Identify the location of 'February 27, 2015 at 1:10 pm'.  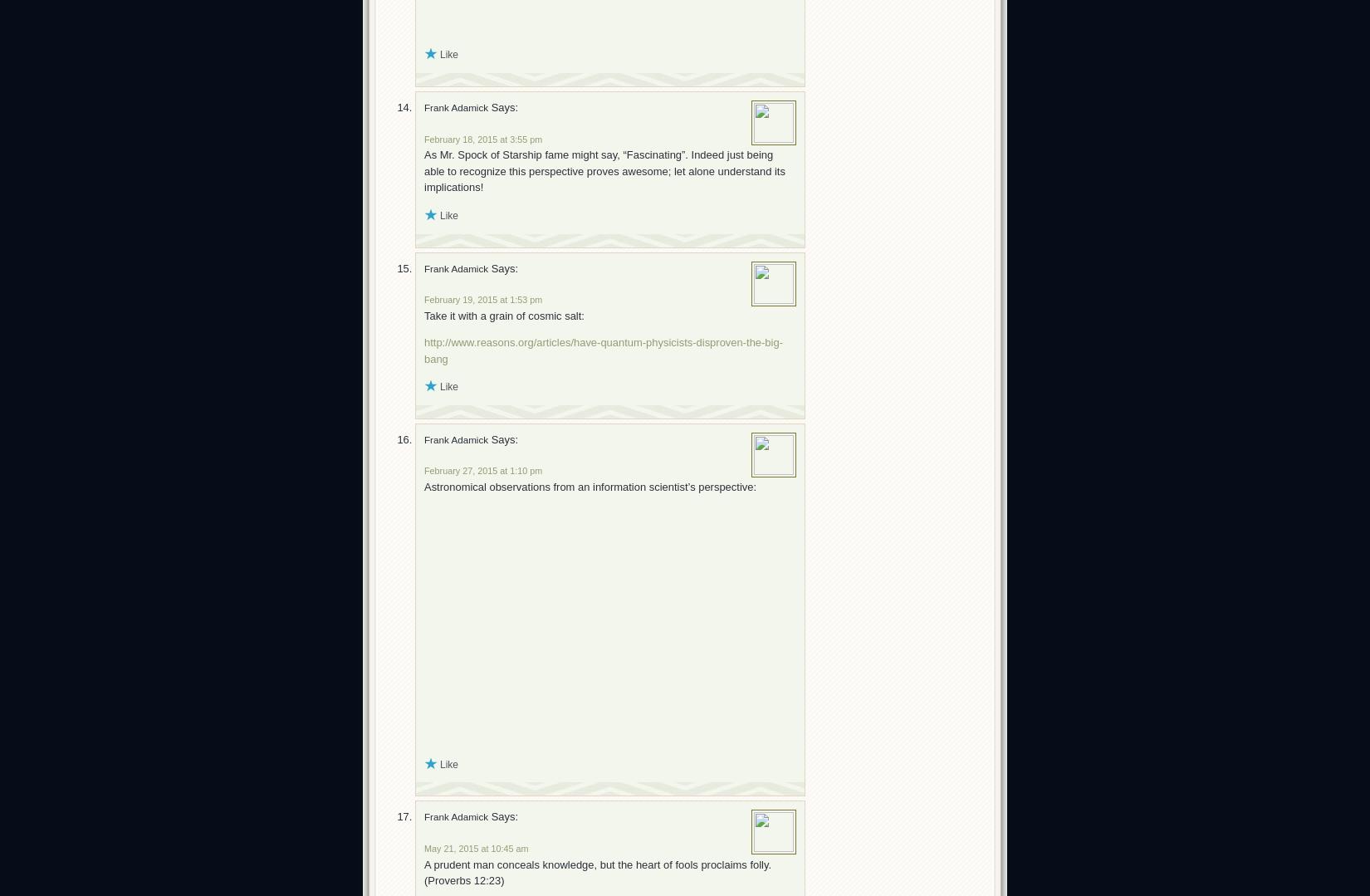
(423, 470).